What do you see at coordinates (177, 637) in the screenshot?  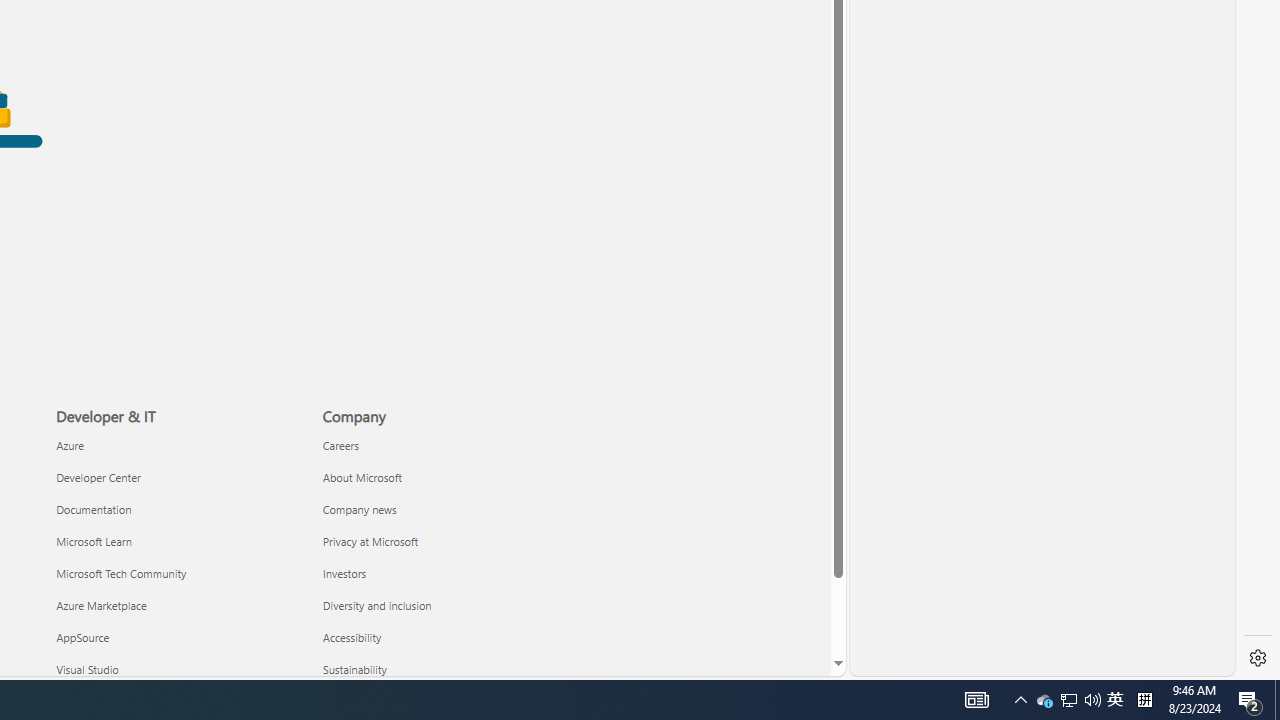 I see `'AppSource'` at bounding box center [177, 637].